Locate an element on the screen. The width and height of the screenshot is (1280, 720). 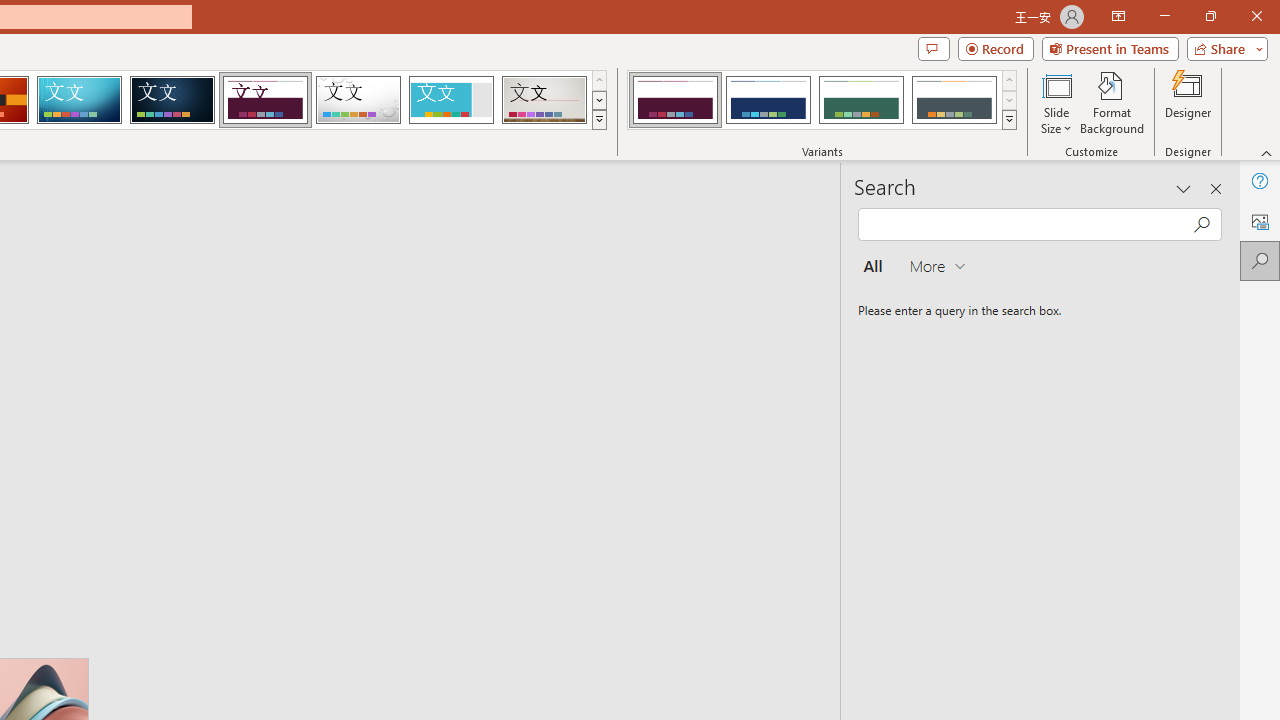
'Dividend Variant 2' is located at coordinates (767, 100).